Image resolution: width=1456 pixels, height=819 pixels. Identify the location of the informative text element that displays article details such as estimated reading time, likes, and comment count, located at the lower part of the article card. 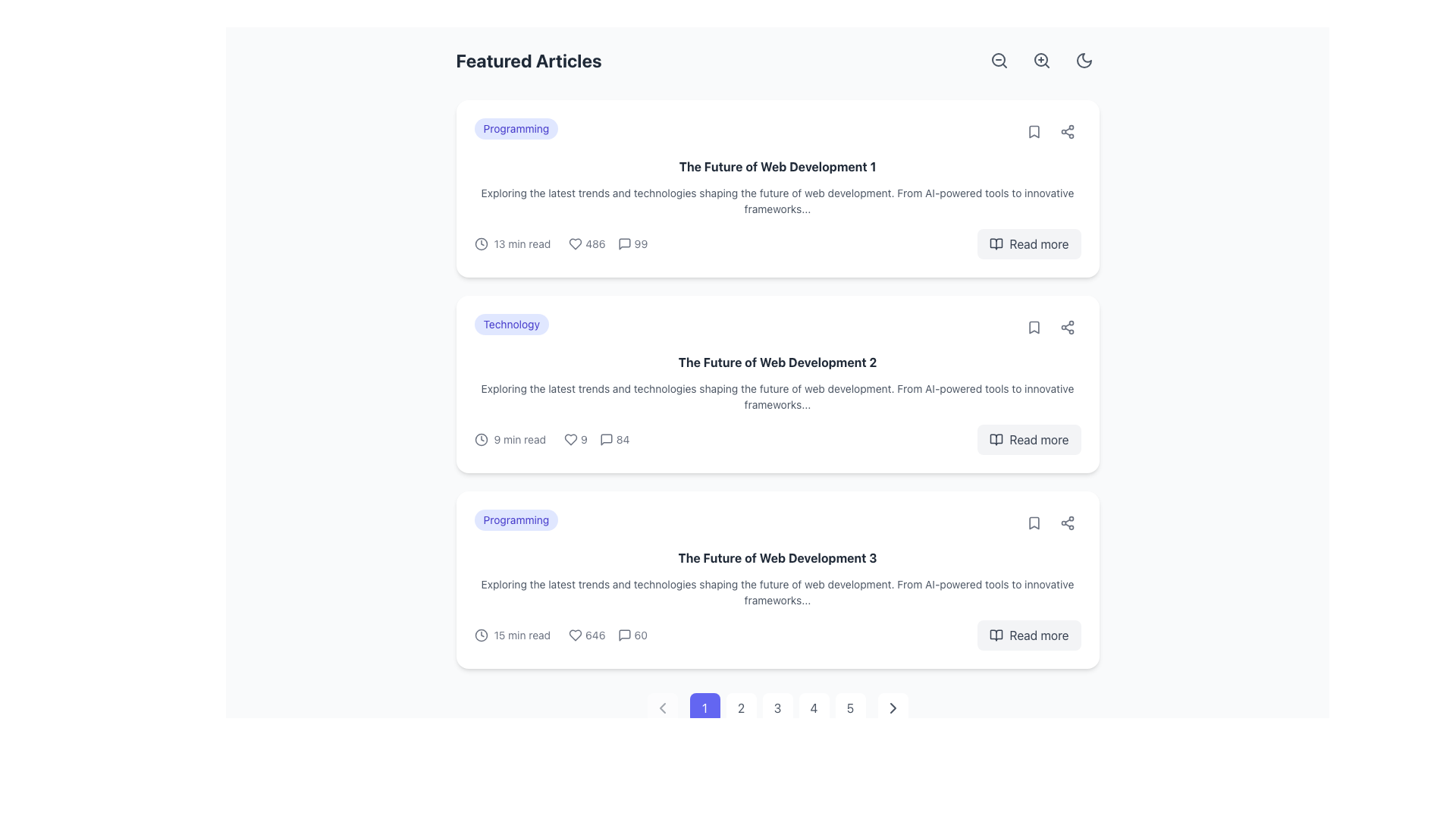
(551, 439).